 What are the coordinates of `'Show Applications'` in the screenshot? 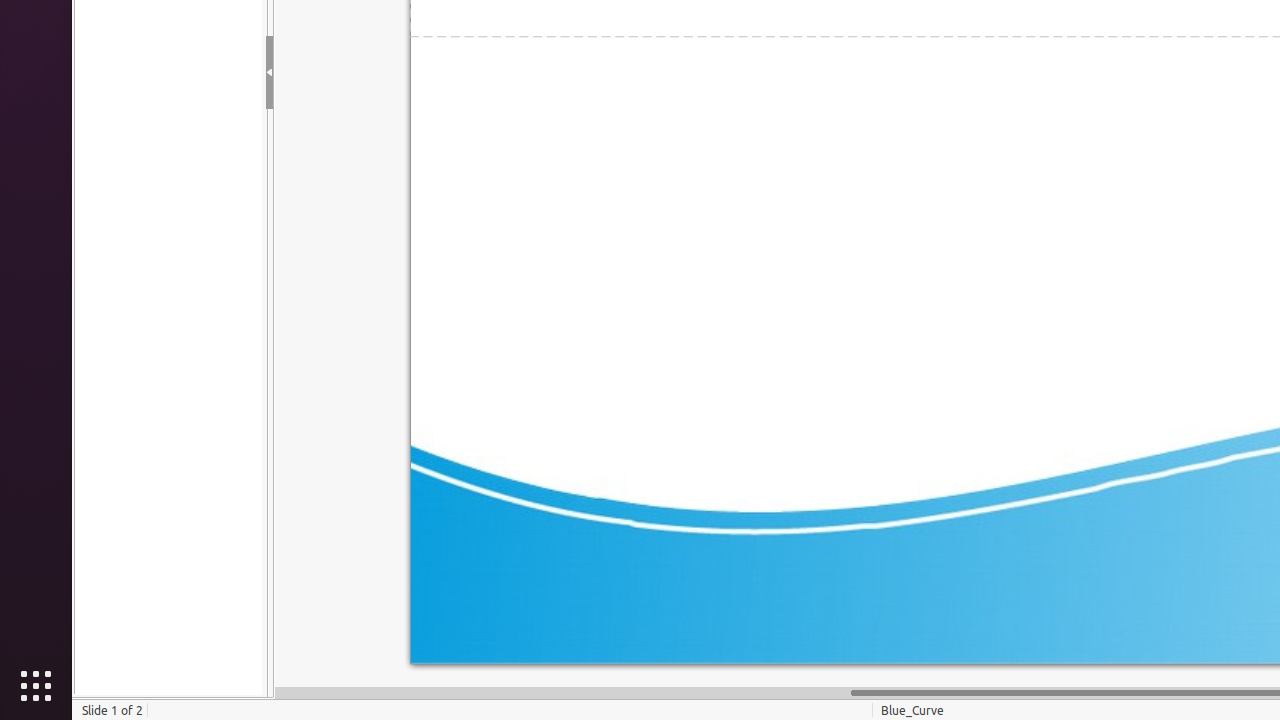 It's located at (35, 685).